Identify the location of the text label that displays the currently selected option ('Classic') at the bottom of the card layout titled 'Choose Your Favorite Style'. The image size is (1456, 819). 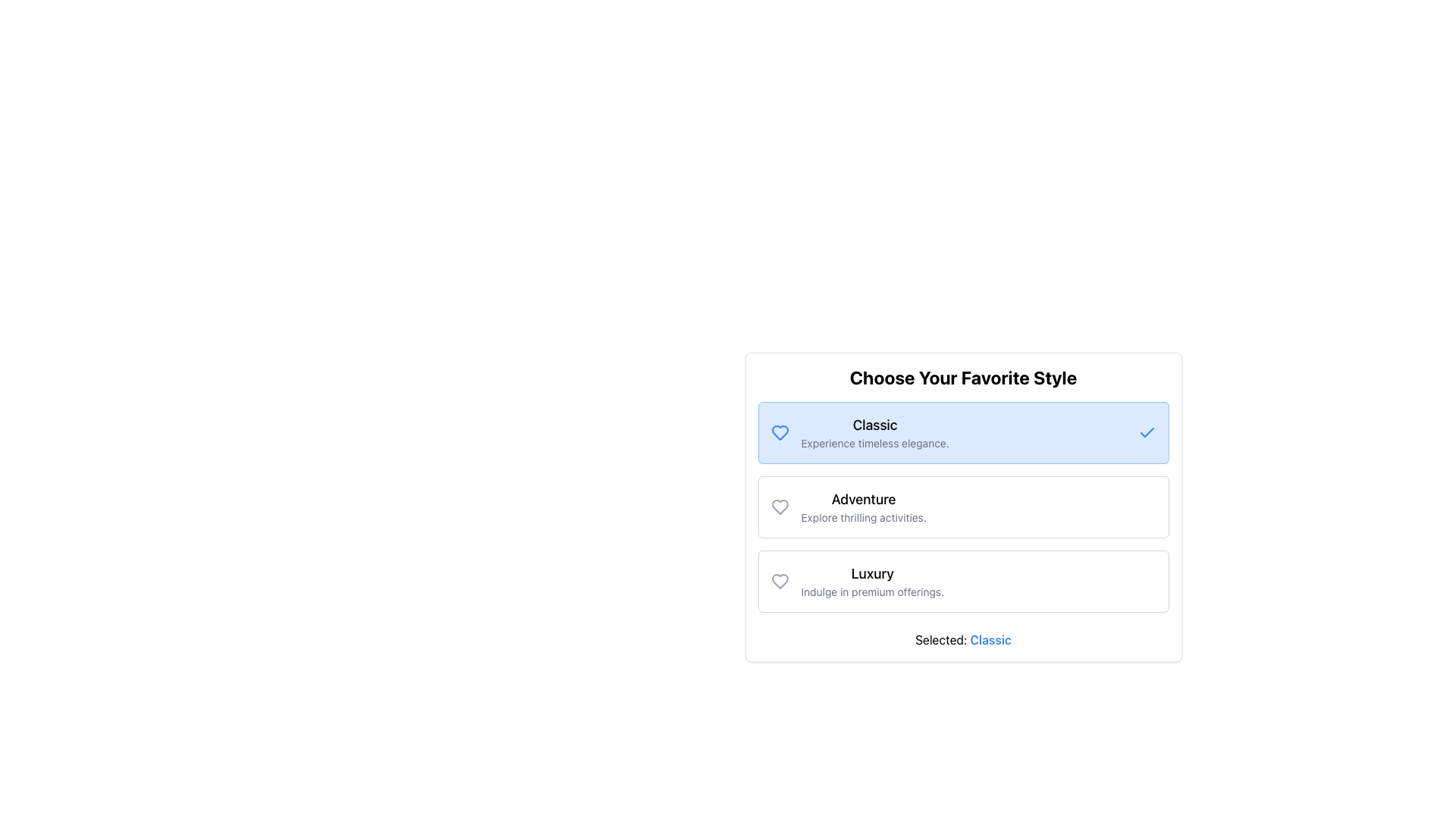
(962, 640).